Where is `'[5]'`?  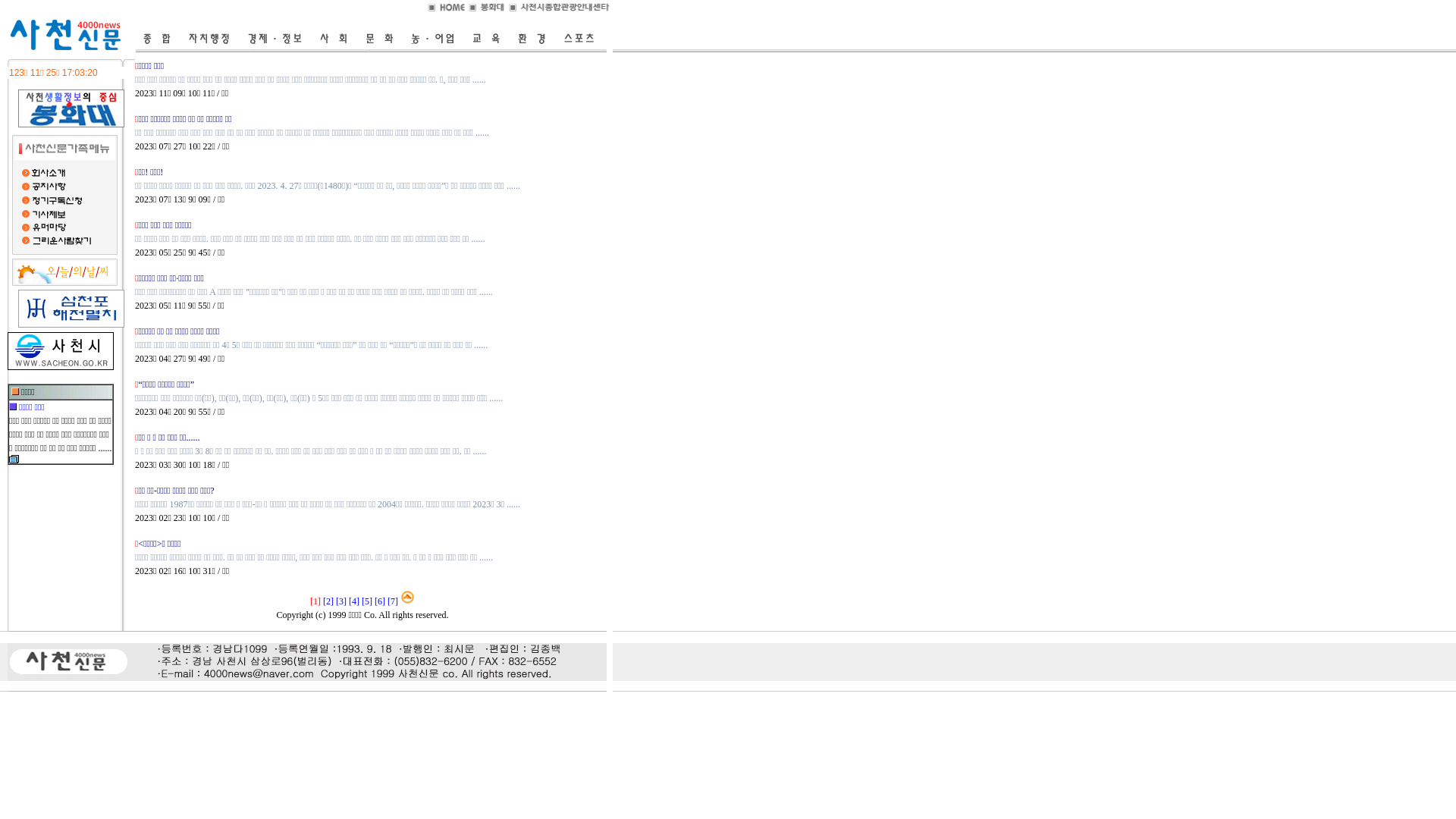 '[5]' is located at coordinates (367, 601).